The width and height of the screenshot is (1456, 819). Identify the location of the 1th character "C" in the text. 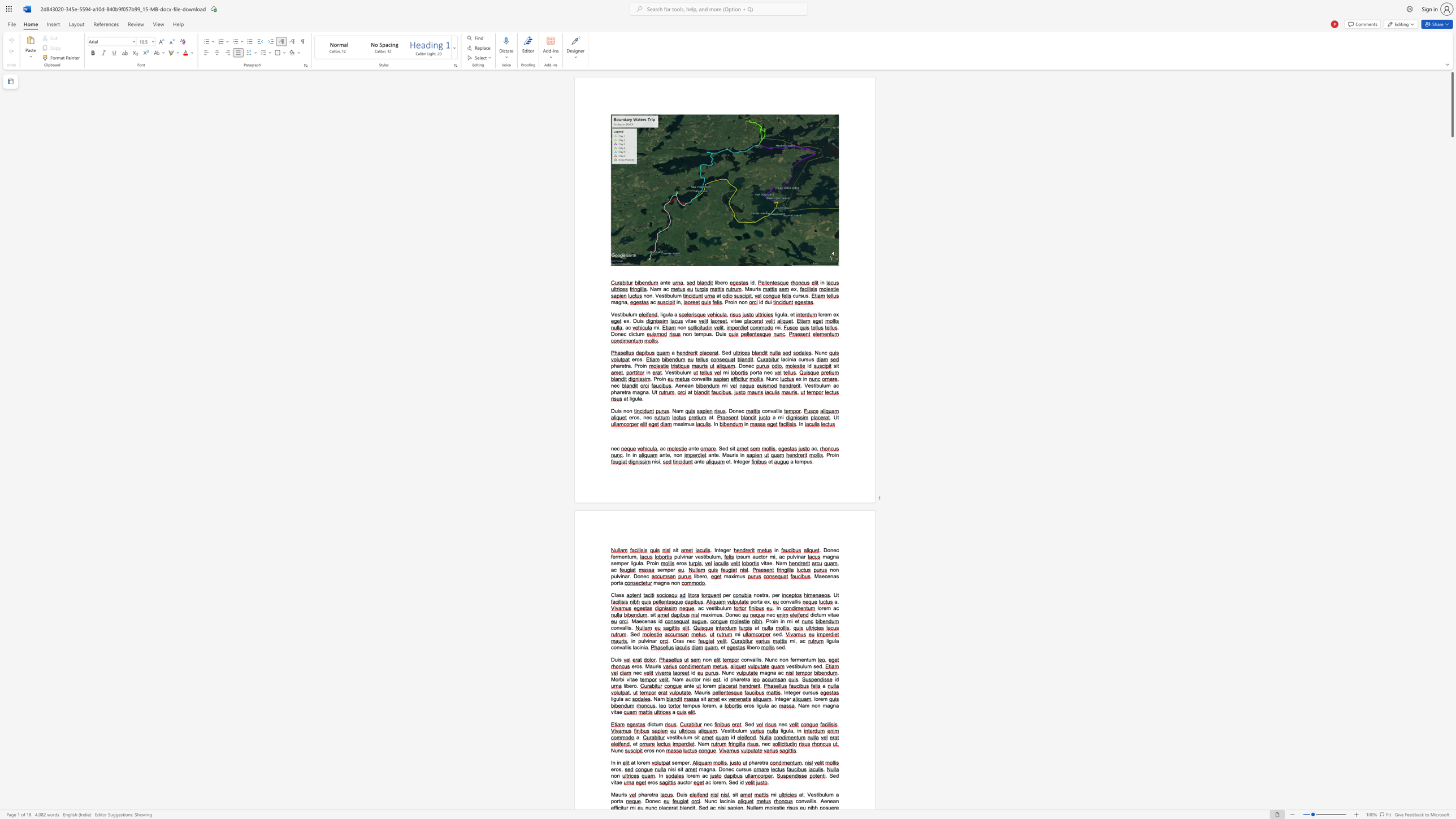
(674, 640).